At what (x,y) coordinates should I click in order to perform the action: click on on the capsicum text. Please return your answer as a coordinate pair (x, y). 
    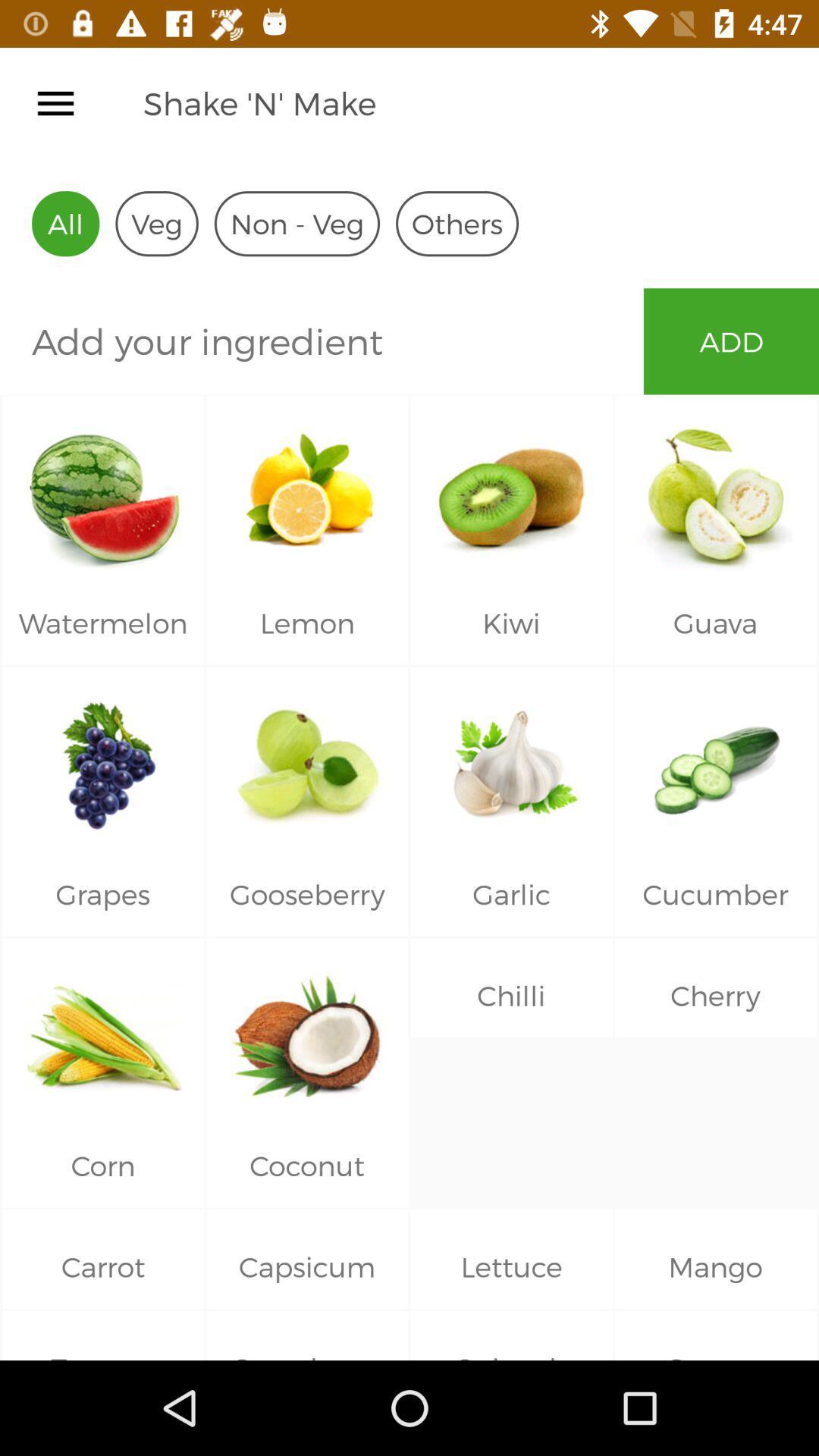
    Looking at the image, I should click on (307, 1284).